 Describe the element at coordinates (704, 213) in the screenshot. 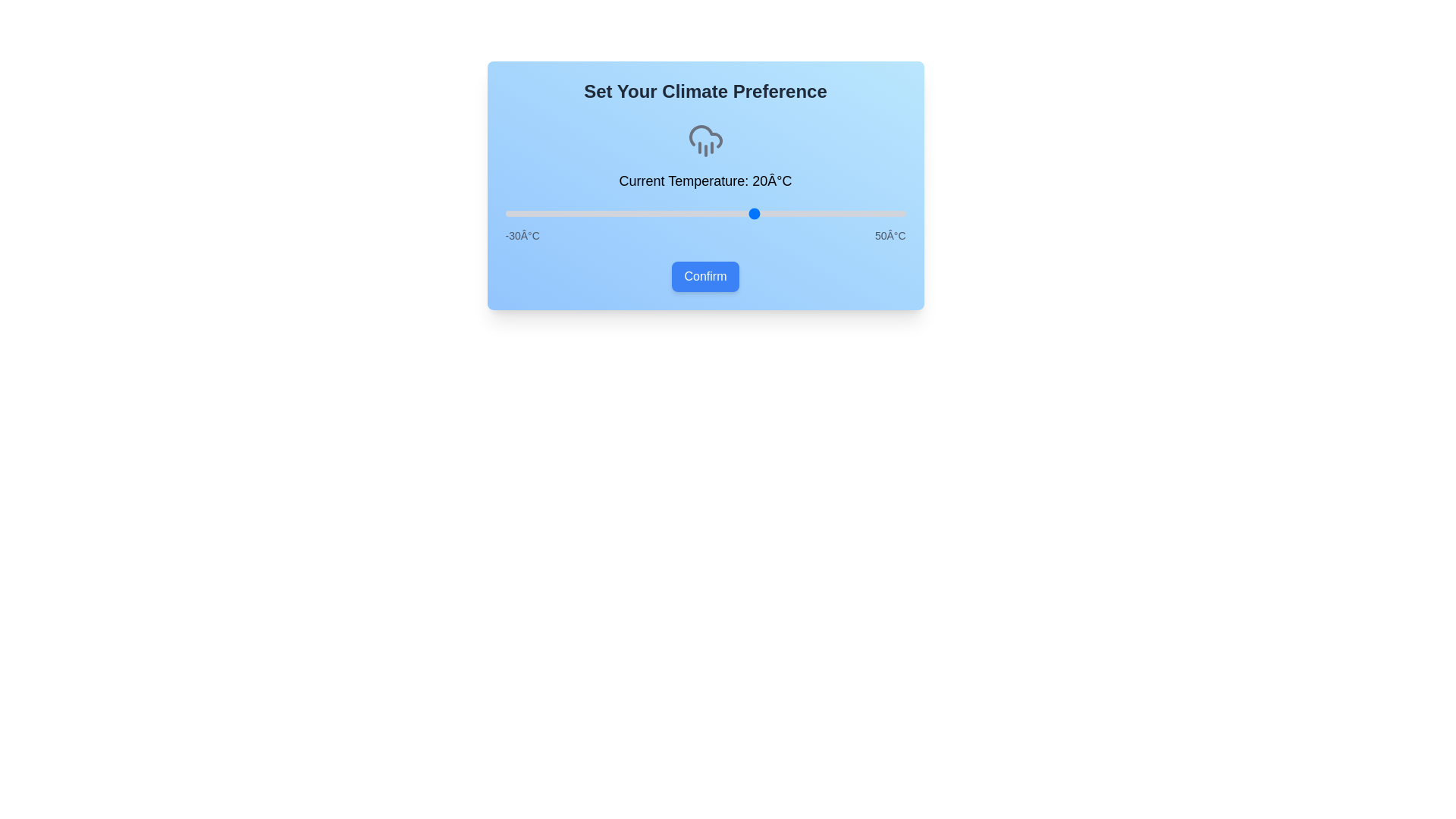

I see `the slider to observe the cursor change` at that location.